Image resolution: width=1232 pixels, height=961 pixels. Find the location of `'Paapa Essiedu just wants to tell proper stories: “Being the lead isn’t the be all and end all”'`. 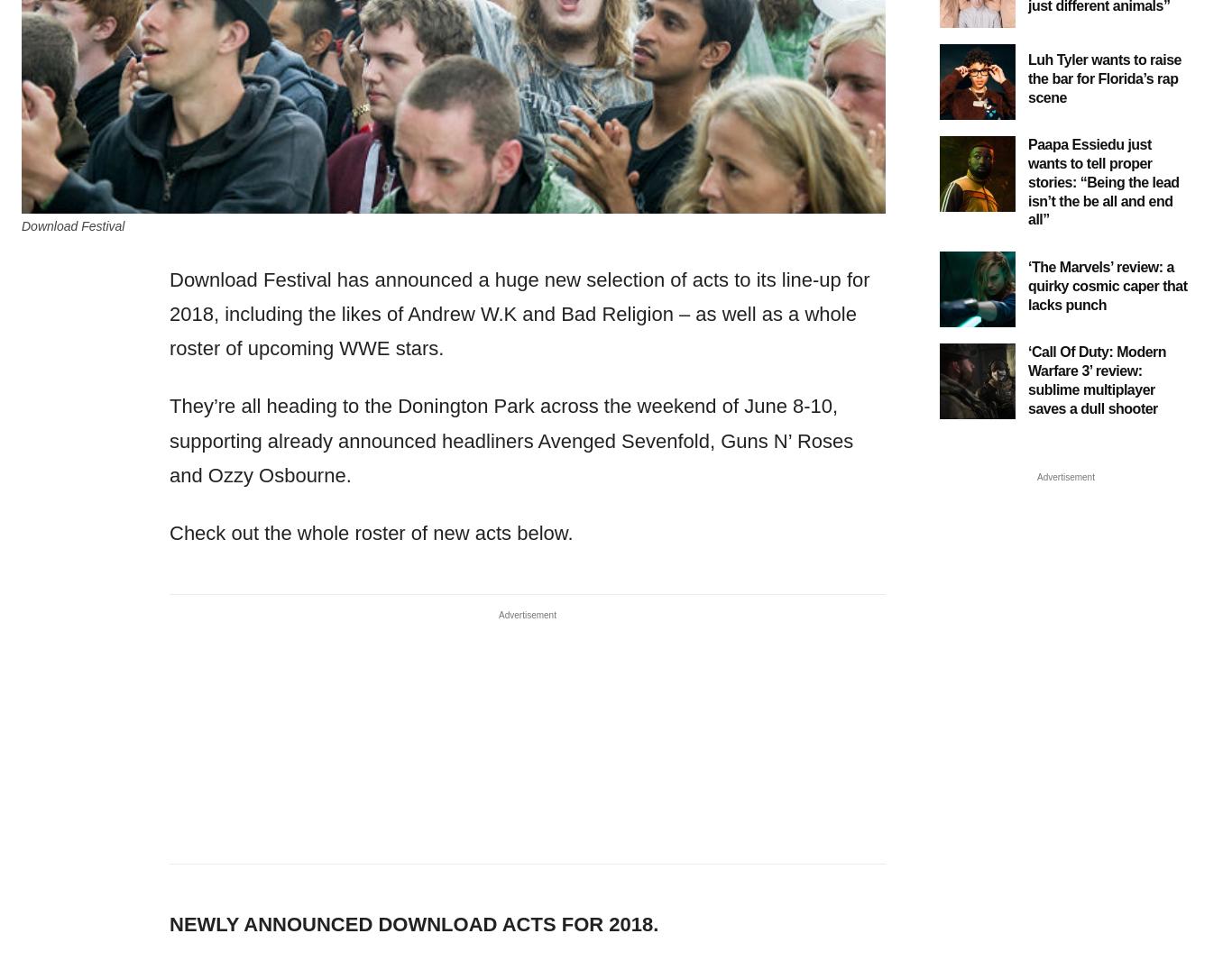

'Paapa Essiedu just wants to tell proper stories: “Being the lead isn’t the be all and end all”' is located at coordinates (1103, 181).